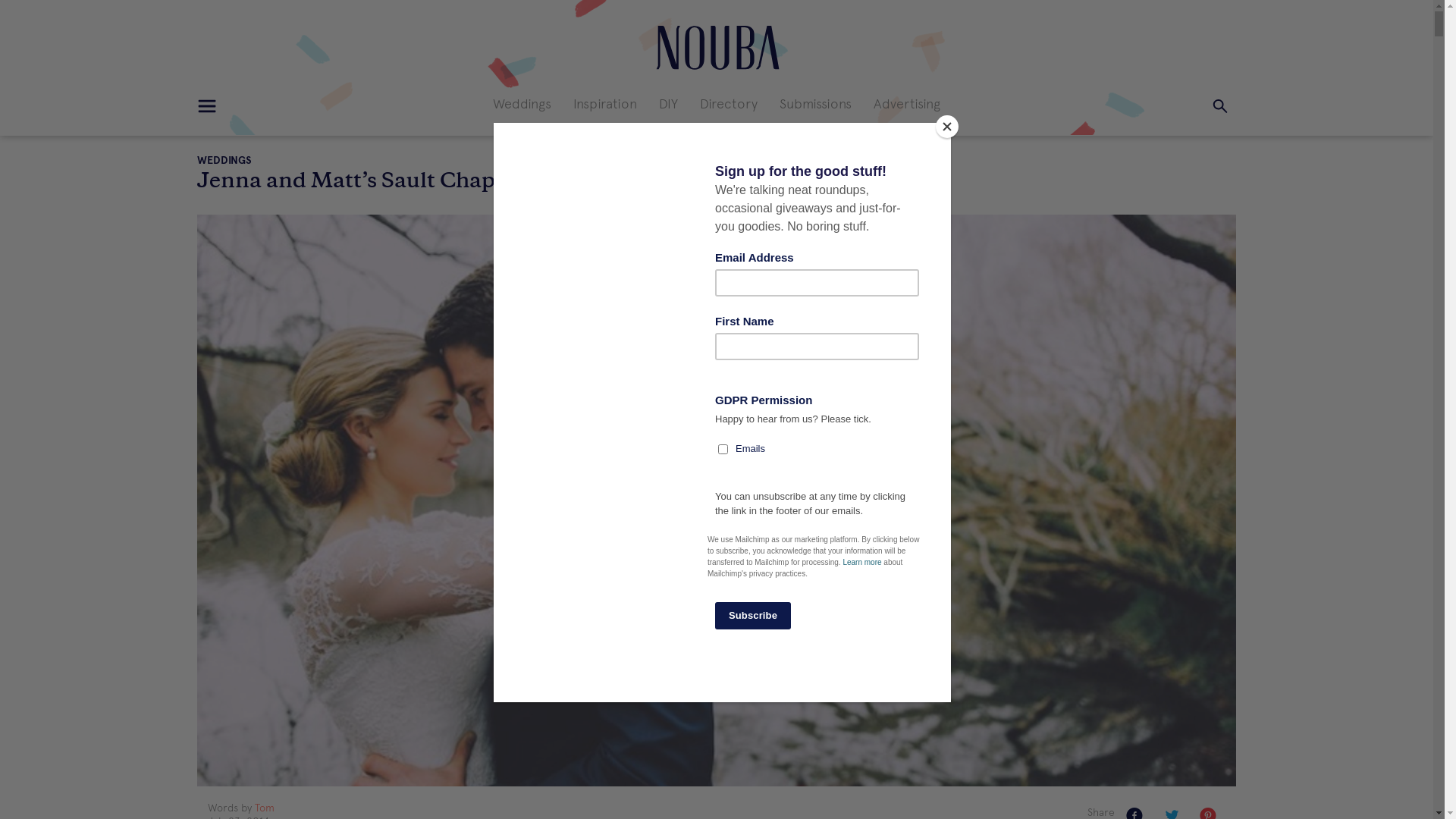 The width and height of the screenshot is (1456, 819). I want to click on 'Tom', so click(265, 807).